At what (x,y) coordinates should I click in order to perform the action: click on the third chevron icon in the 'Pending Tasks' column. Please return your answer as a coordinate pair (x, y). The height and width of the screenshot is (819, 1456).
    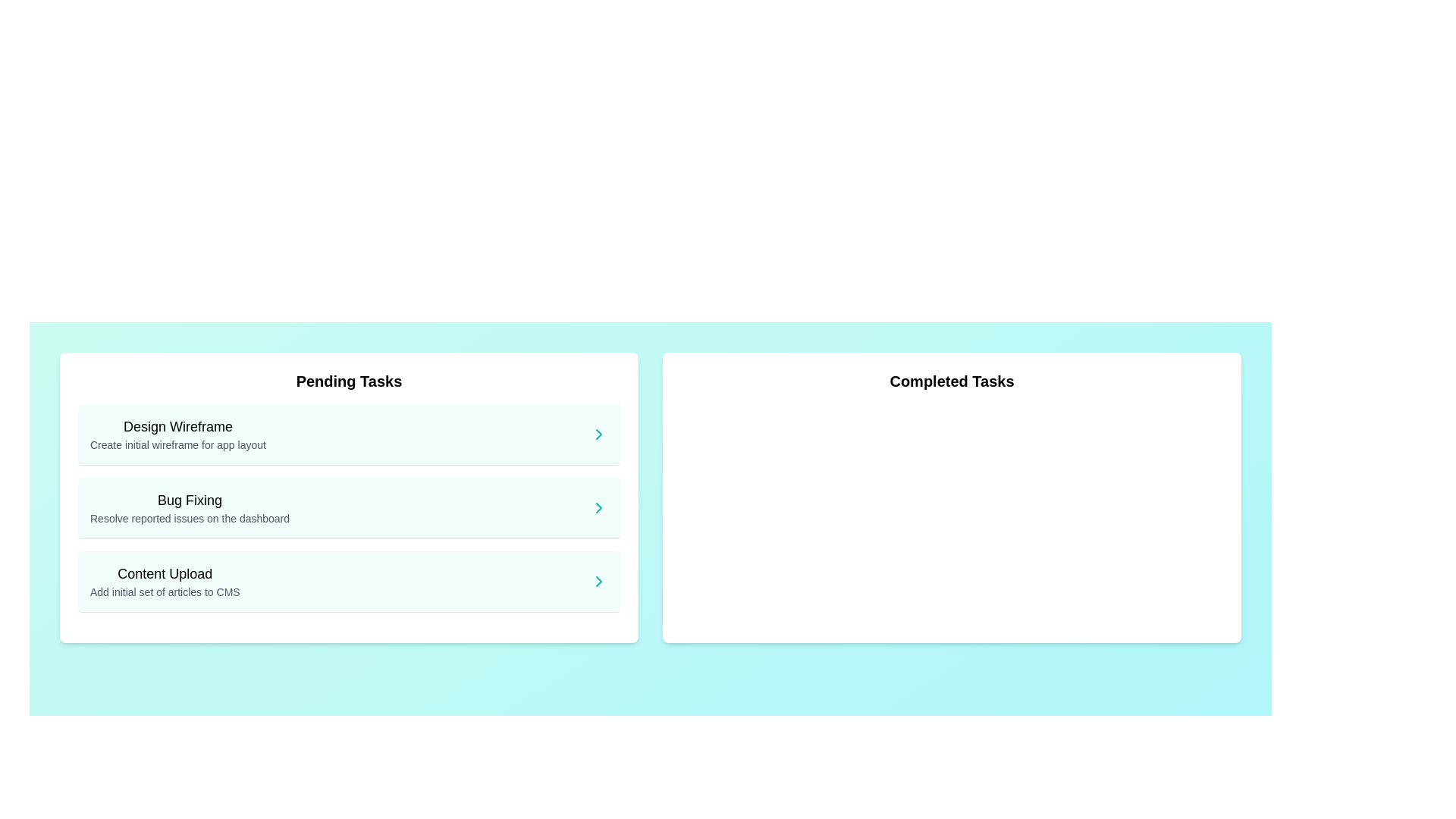
    Looking at the image, I should click on (598, 581).